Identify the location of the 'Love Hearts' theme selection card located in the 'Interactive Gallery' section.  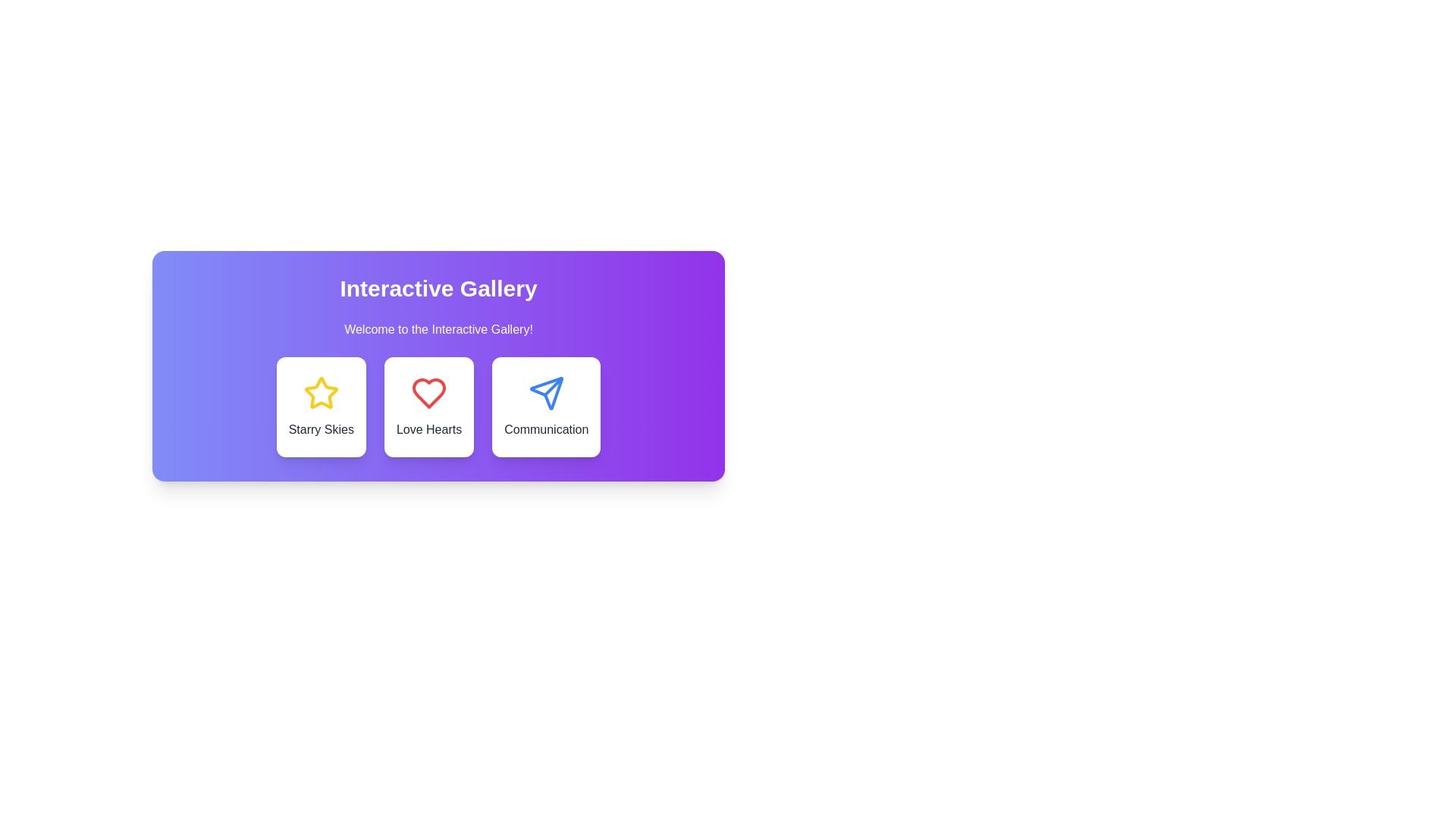
(438, 406).